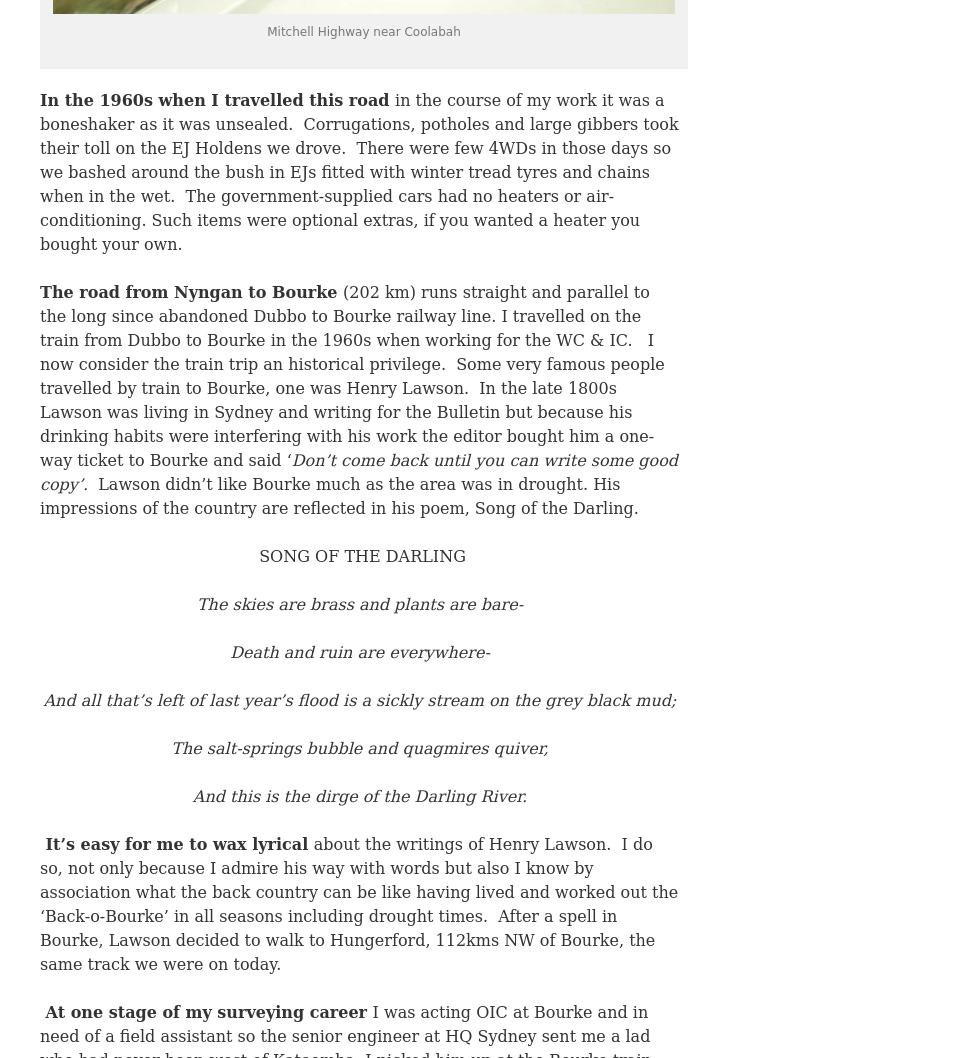 The width and height of the screenshot is (980, 1058). Describe the element at coordinates (338, 495) in the screenshot. I see `'Lawson didn’t like Bourke much as the area was in drought. His impressions of the country are reflected in his poem, Song of the Darling.'` at that location.